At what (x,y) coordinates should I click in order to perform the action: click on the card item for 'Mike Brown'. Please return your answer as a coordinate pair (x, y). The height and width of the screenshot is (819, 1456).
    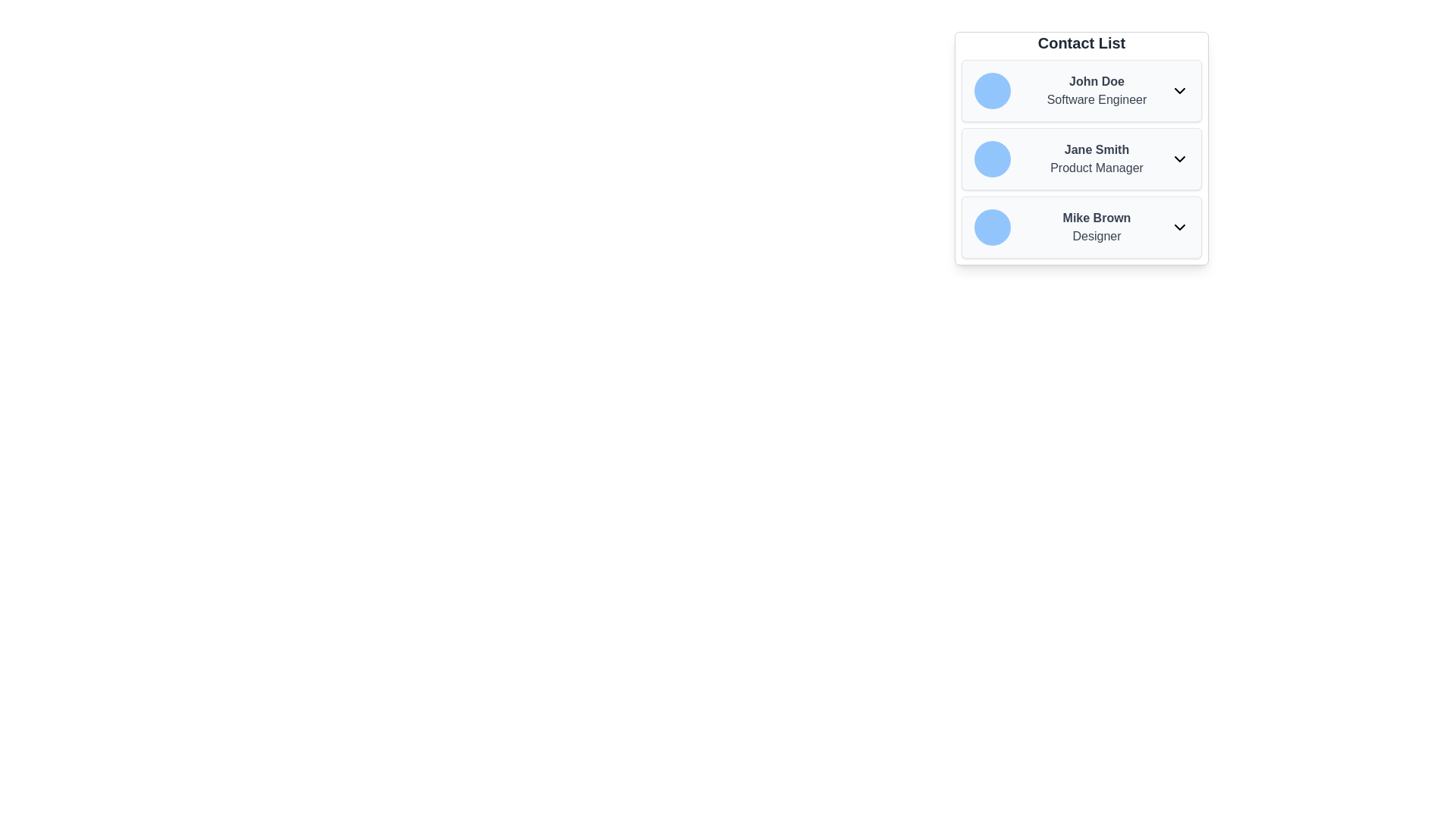
    Looking at the image, I should click on (1081, 227).